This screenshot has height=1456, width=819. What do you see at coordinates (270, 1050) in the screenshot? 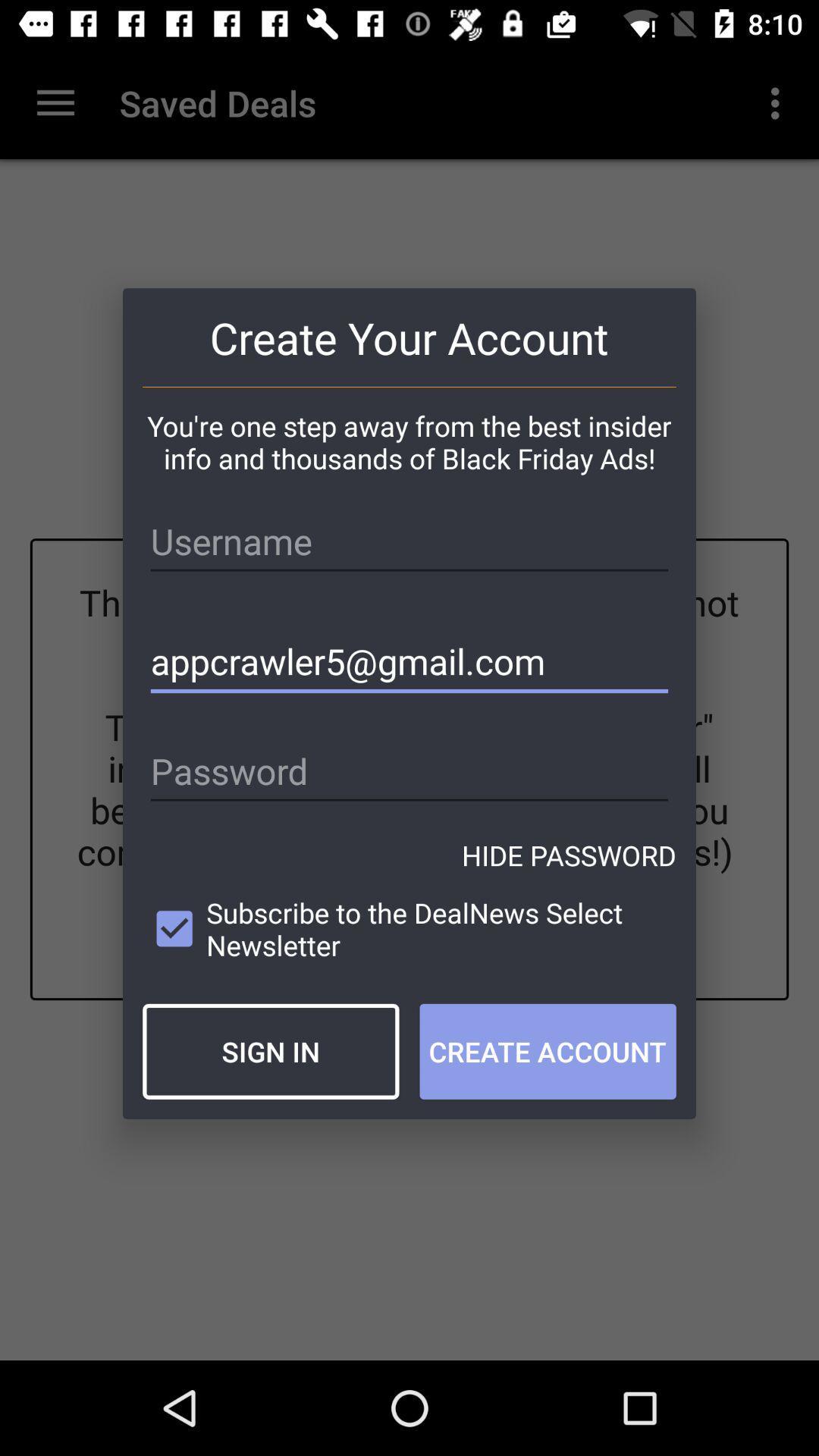
I see `the icon below subscribe to the` at bounding box center [270, 1050].